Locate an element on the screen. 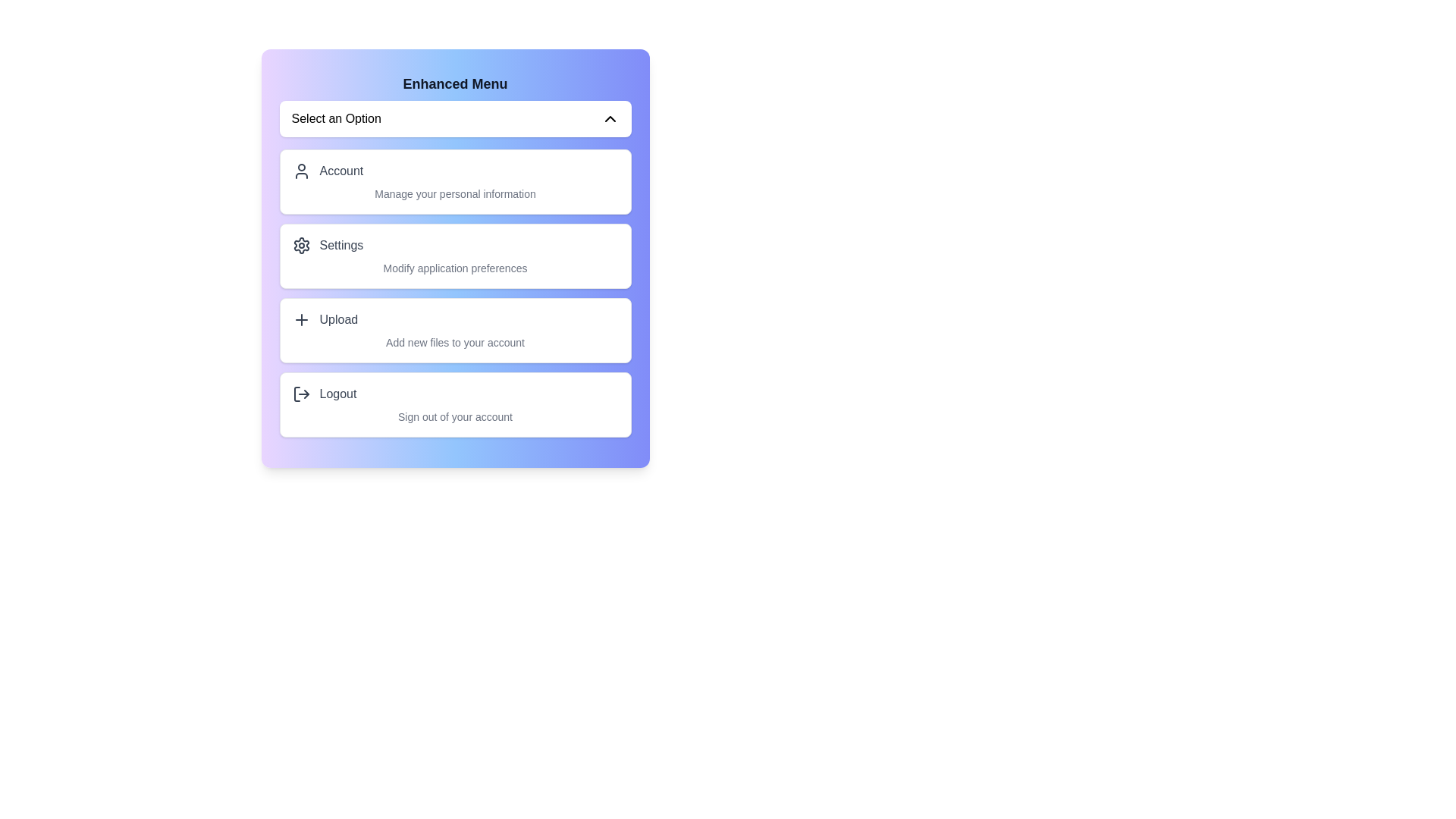  the menu option corresponding to Account to select it is located at coordinates (454, 180).